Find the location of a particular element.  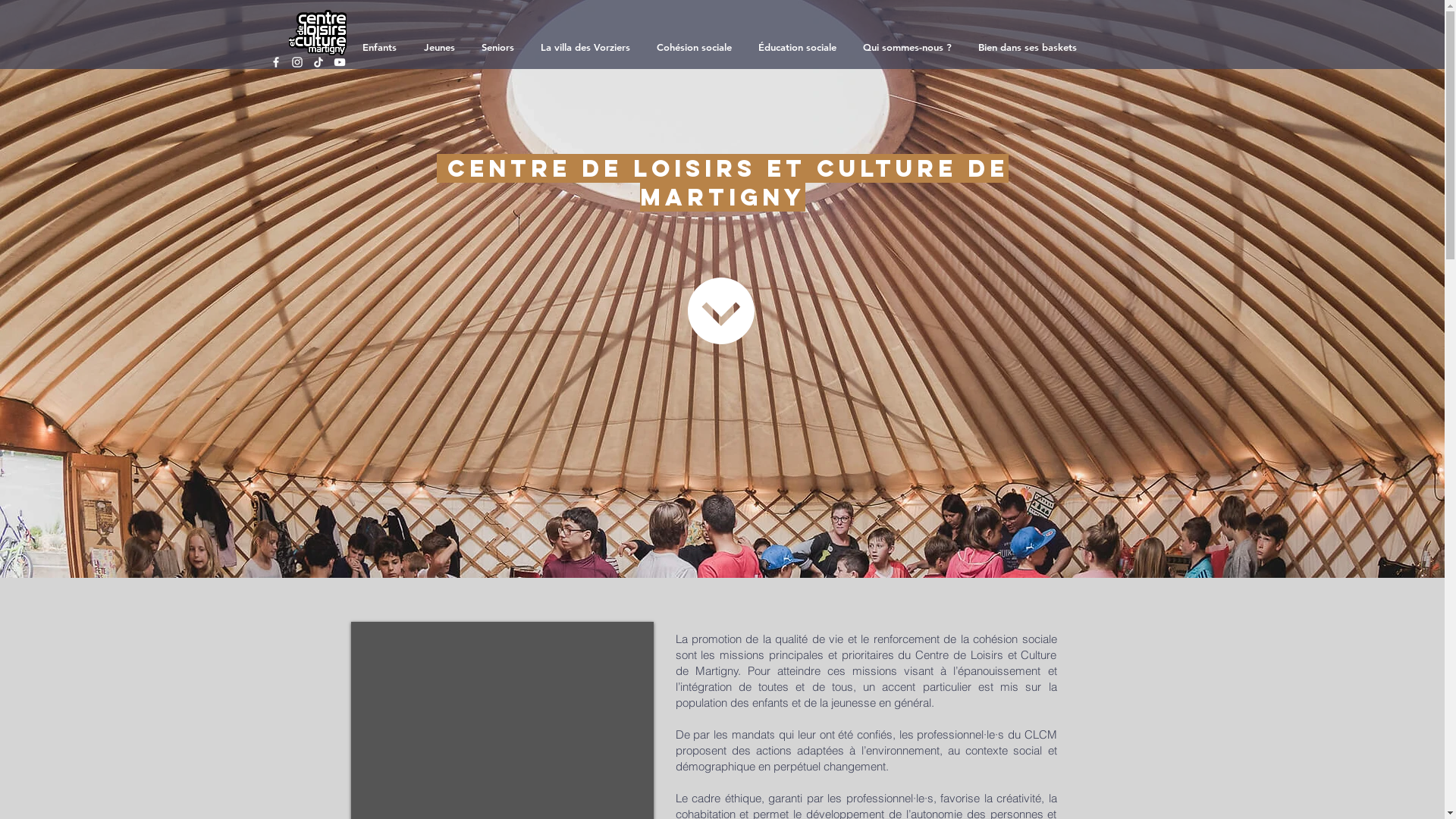

'Qui sommes-nous ?' is located at coordinates (909, 45).